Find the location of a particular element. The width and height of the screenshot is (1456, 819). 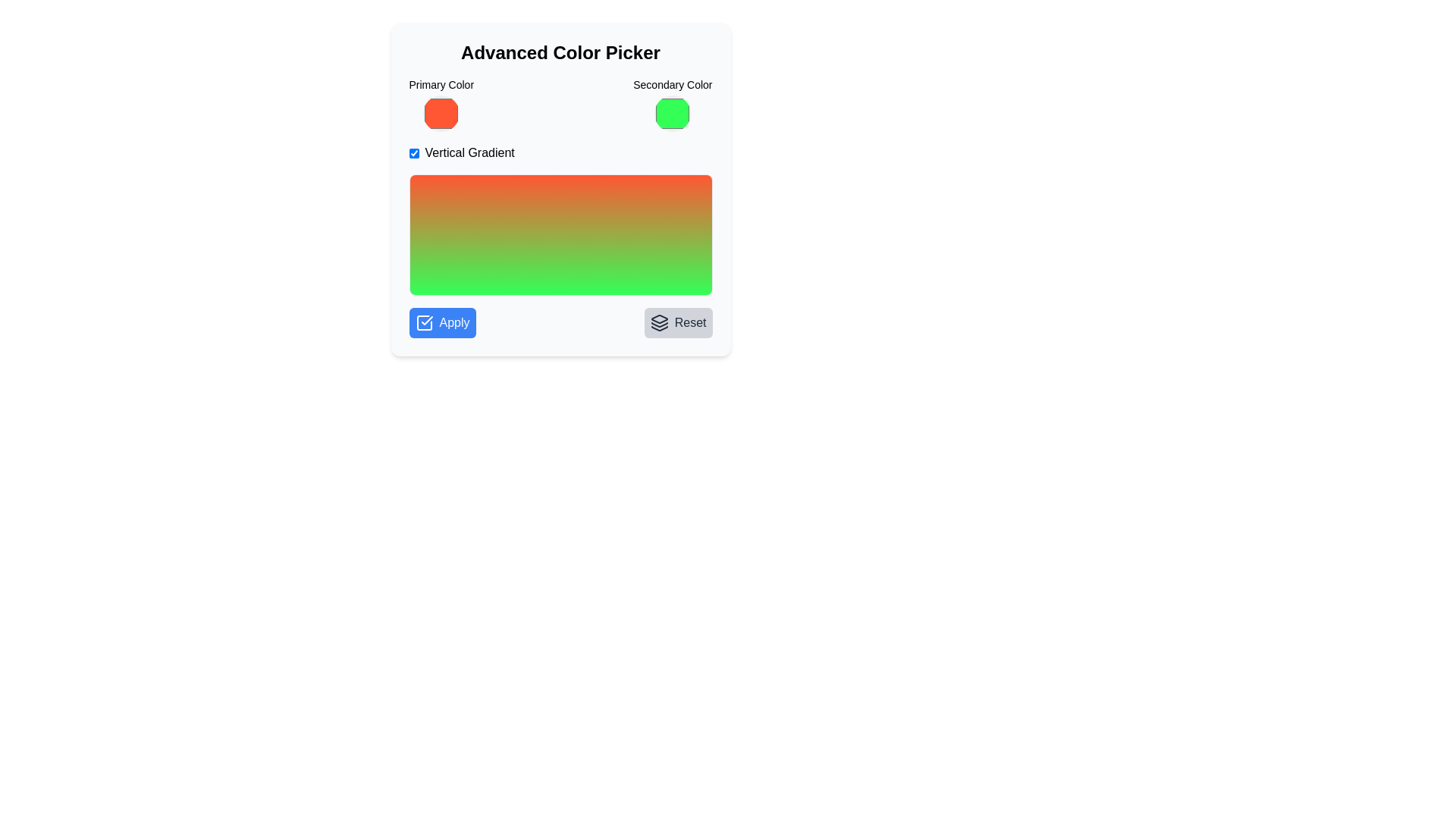

the green color preview circle labeled 'Secondary Color' is located at coordinates (672, 104).